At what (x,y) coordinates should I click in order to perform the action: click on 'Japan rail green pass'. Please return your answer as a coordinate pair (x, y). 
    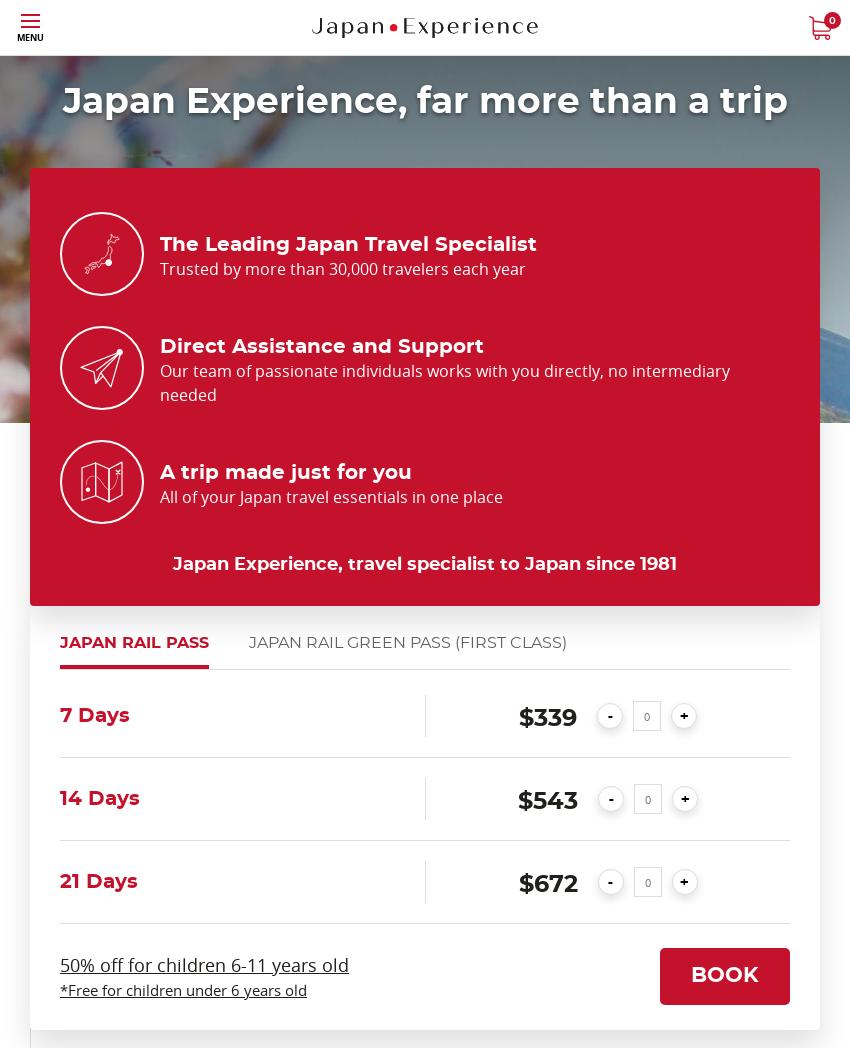
    Looking at the image, I should click on (350, 641).